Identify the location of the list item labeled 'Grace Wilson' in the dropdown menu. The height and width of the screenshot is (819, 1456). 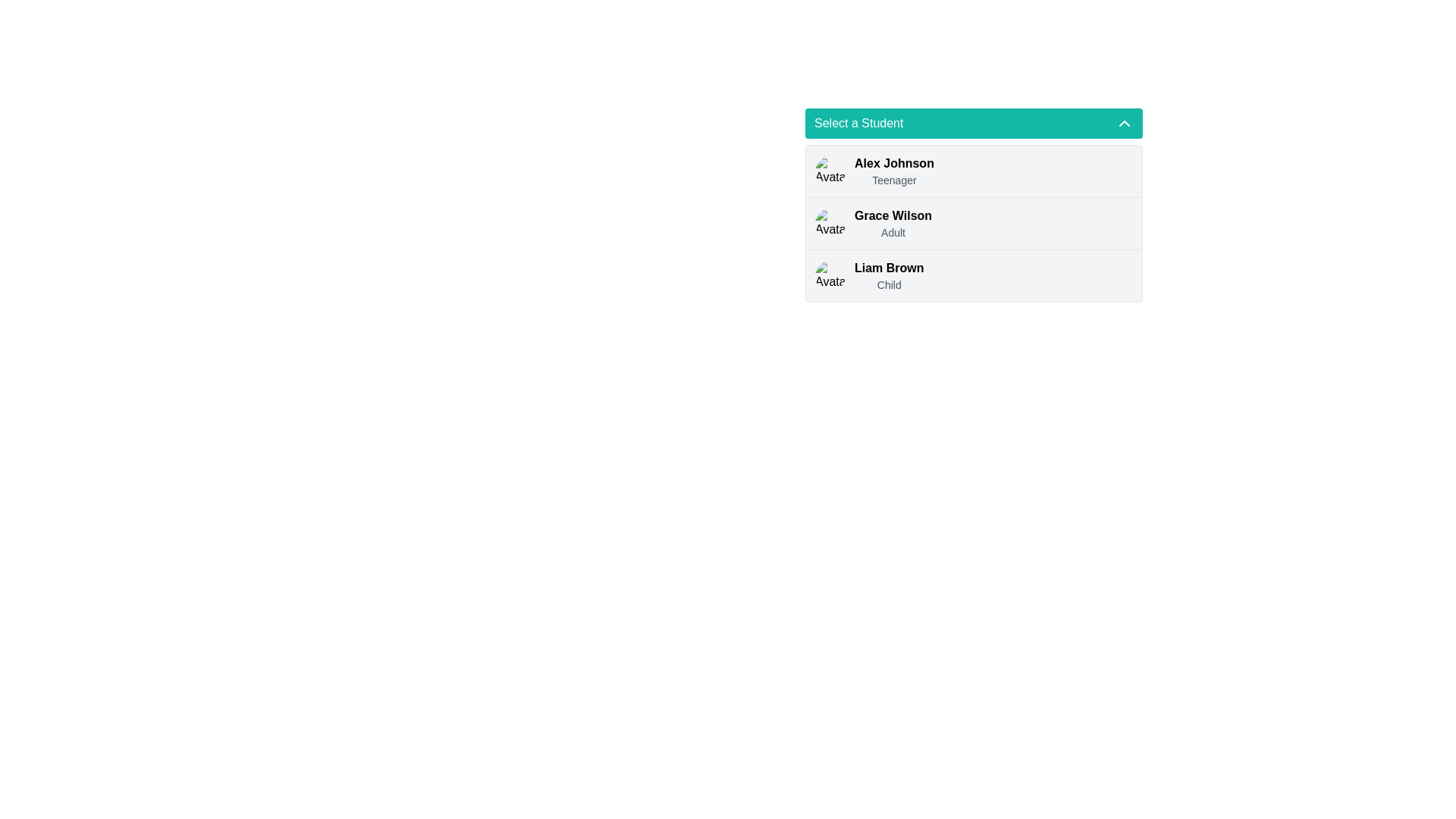
(974, 205).